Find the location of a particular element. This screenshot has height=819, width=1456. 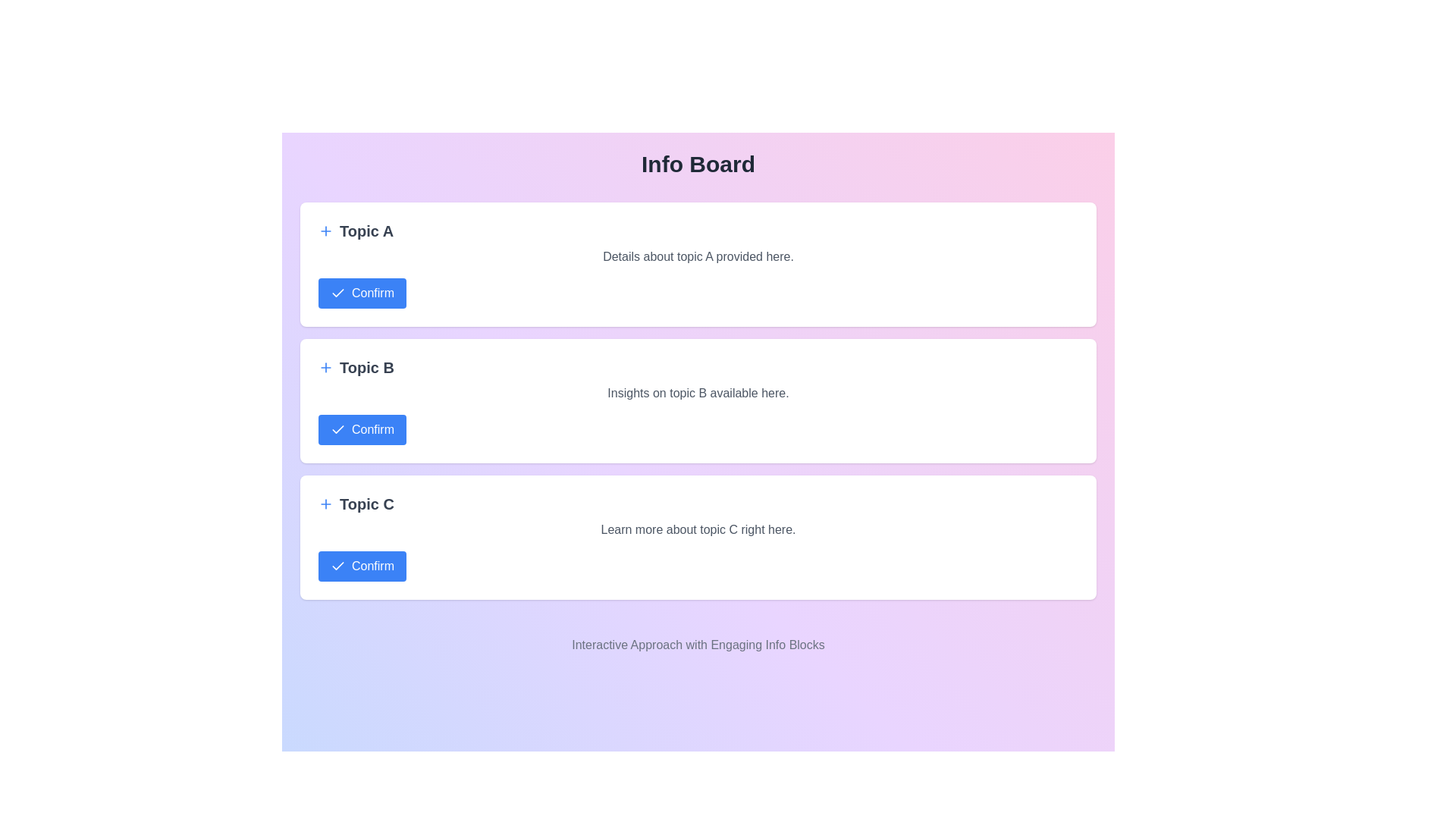

the SVG icon located on the left side of the heading labeled 'Topic A' is located at coordinates (325, 231).